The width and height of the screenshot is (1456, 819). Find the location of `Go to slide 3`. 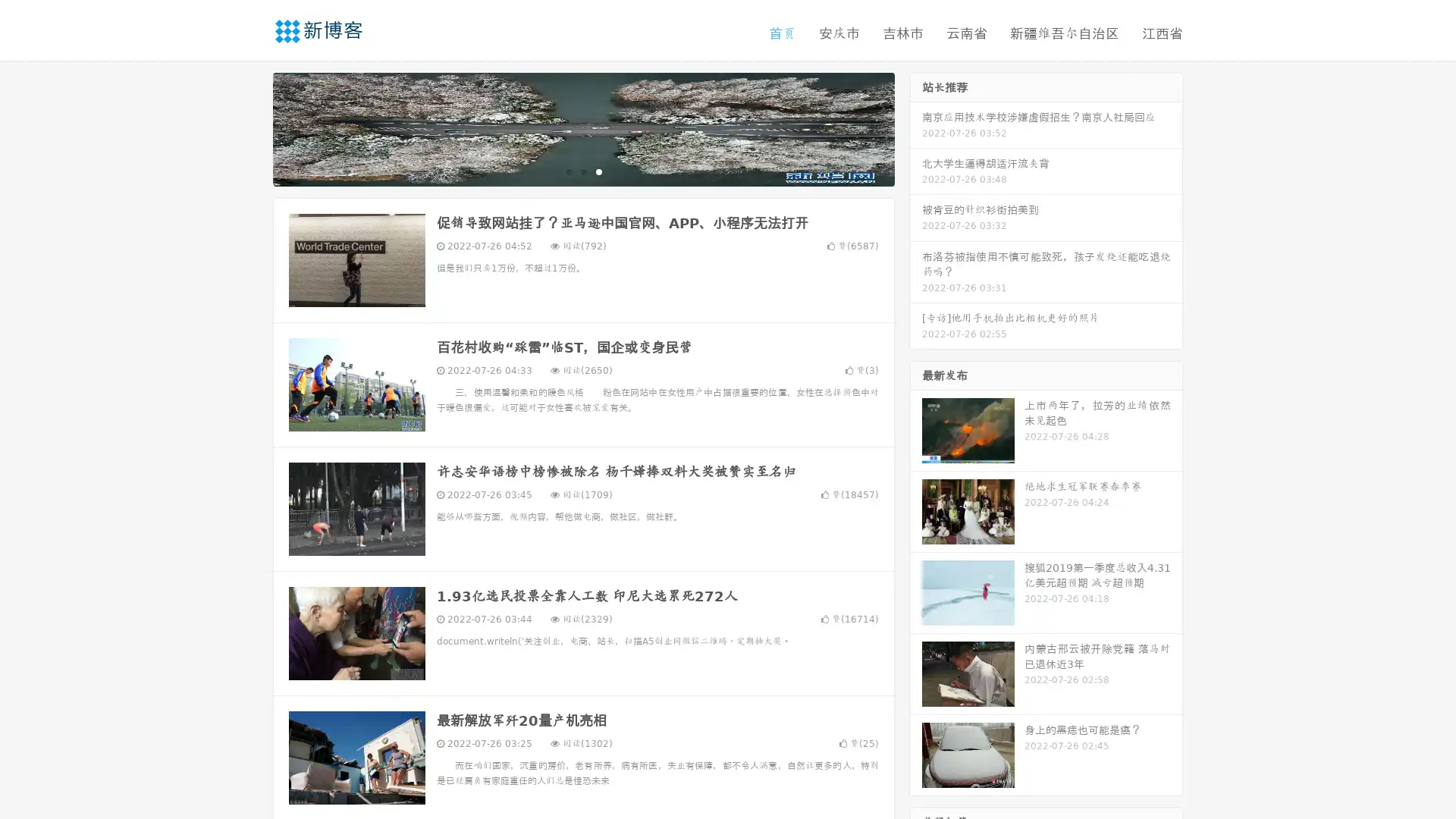

Go to slide 3 is located at coordinates (598, 171).